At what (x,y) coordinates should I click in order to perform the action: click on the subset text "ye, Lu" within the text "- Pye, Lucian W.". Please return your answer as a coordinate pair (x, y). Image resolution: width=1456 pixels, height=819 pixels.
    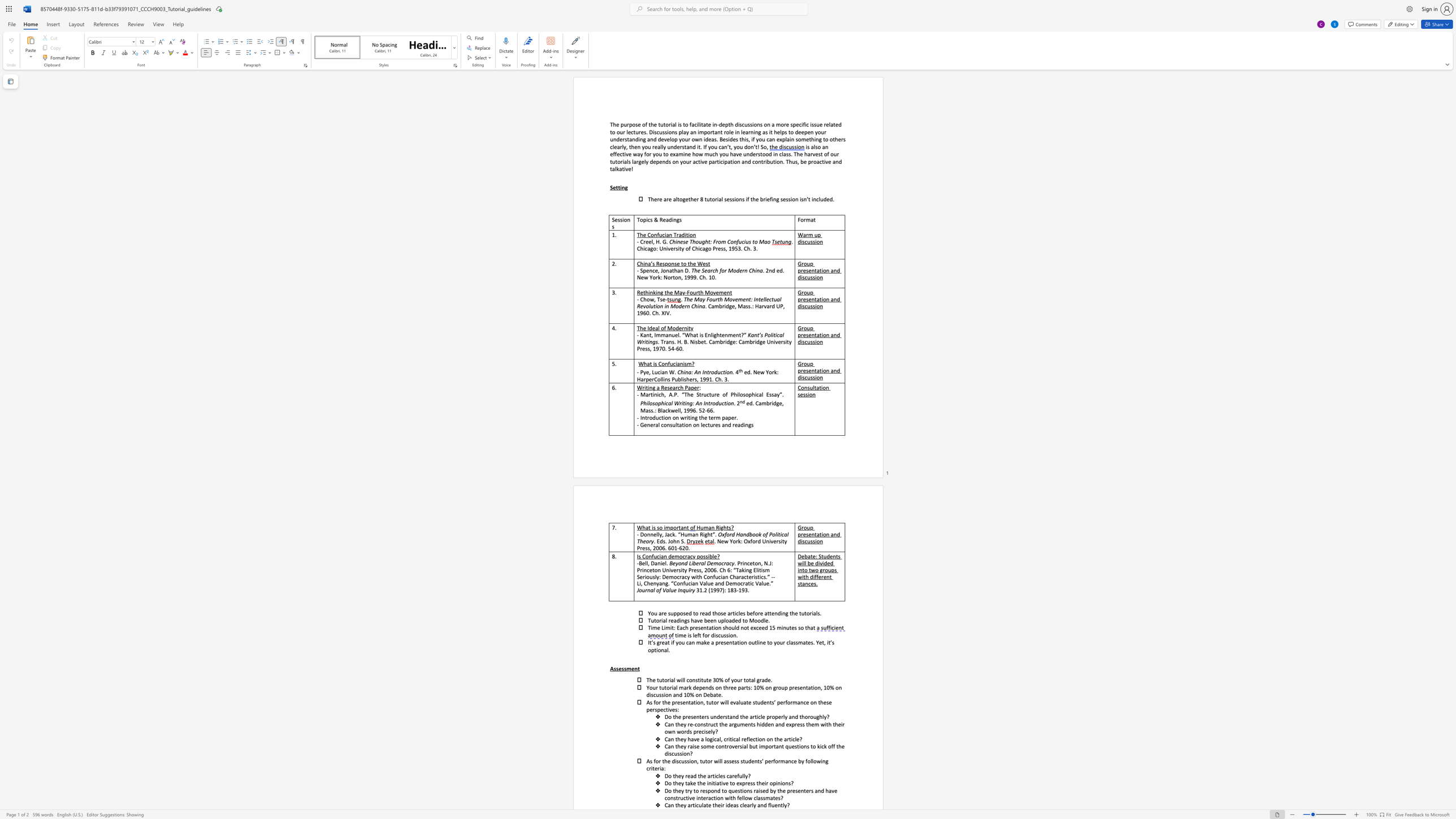
    Looking at the image, I should click on (643, 372).